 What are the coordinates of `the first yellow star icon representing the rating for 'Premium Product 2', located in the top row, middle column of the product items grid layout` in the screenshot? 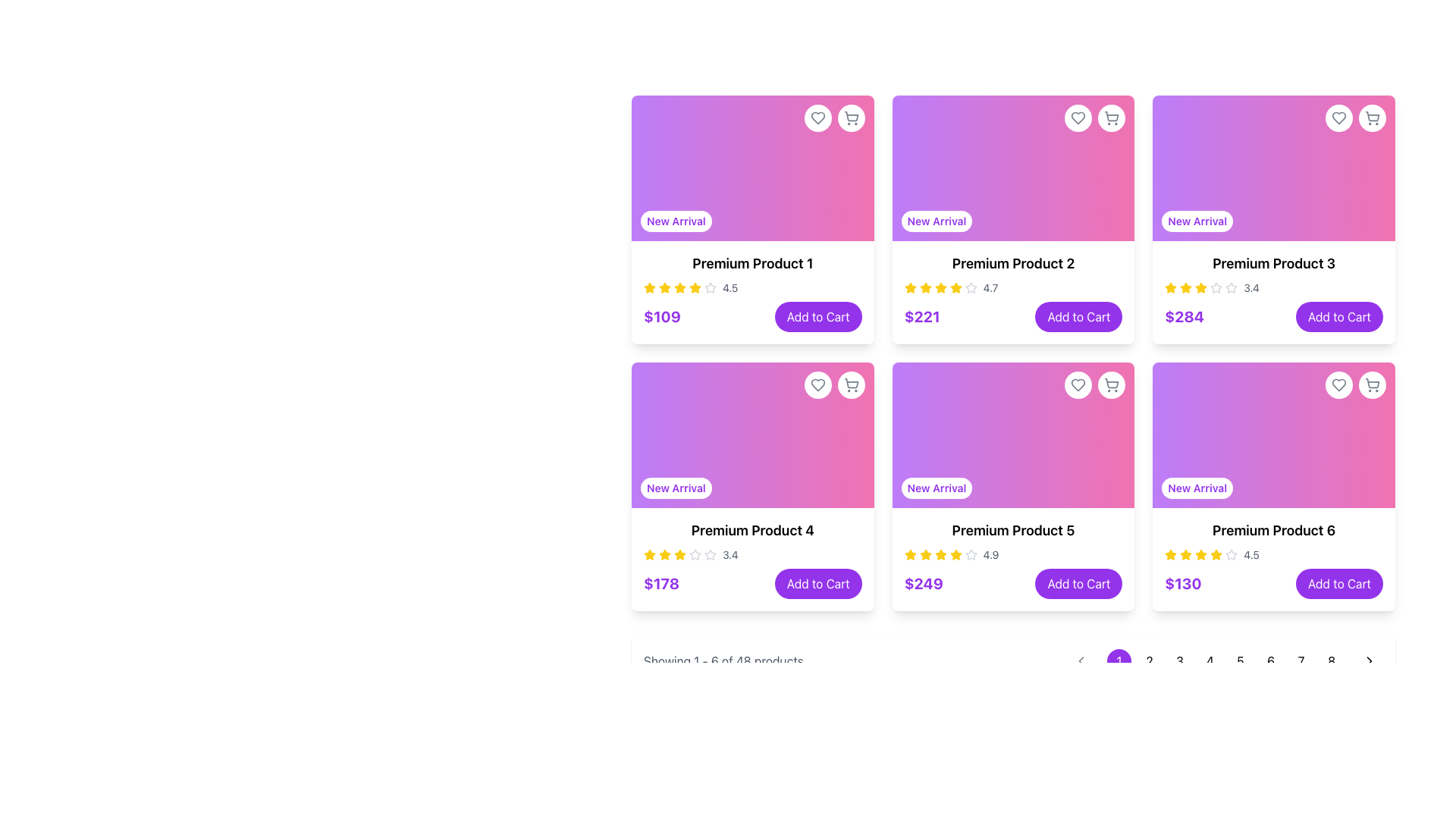 It's located at (910, 288).